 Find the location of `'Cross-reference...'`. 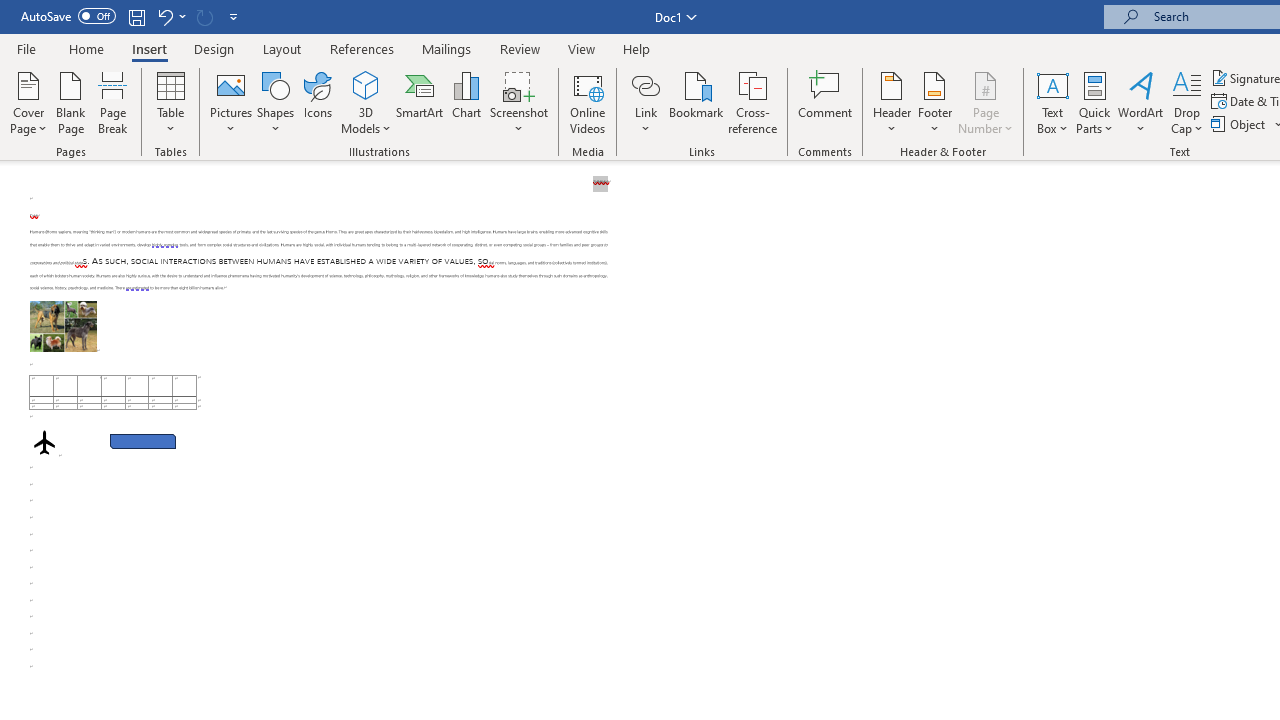

'Cross-reference...' is located at coordinates (751, 103).